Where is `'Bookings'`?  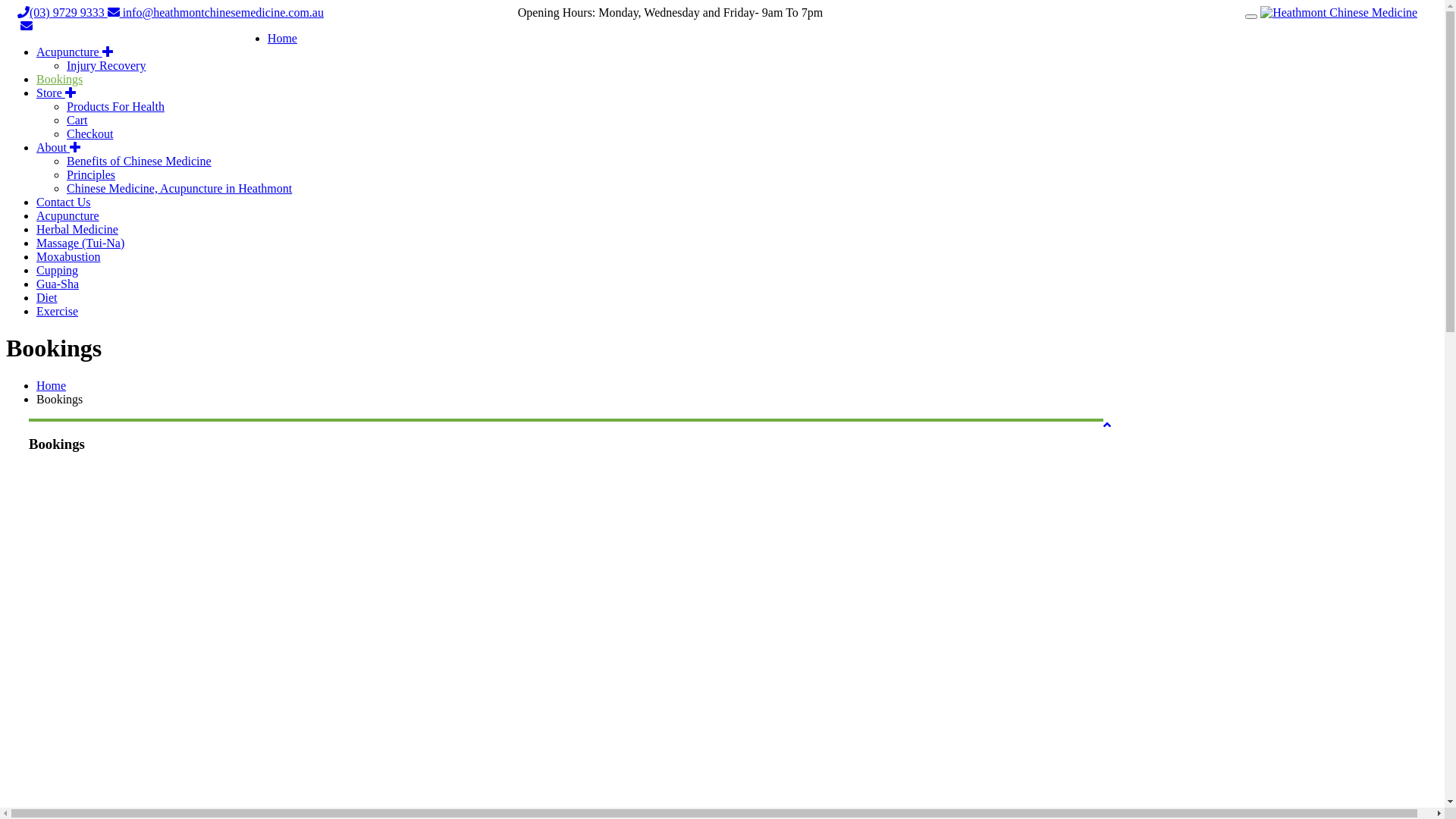 'Bookings' is located at coordinates (59, 79).